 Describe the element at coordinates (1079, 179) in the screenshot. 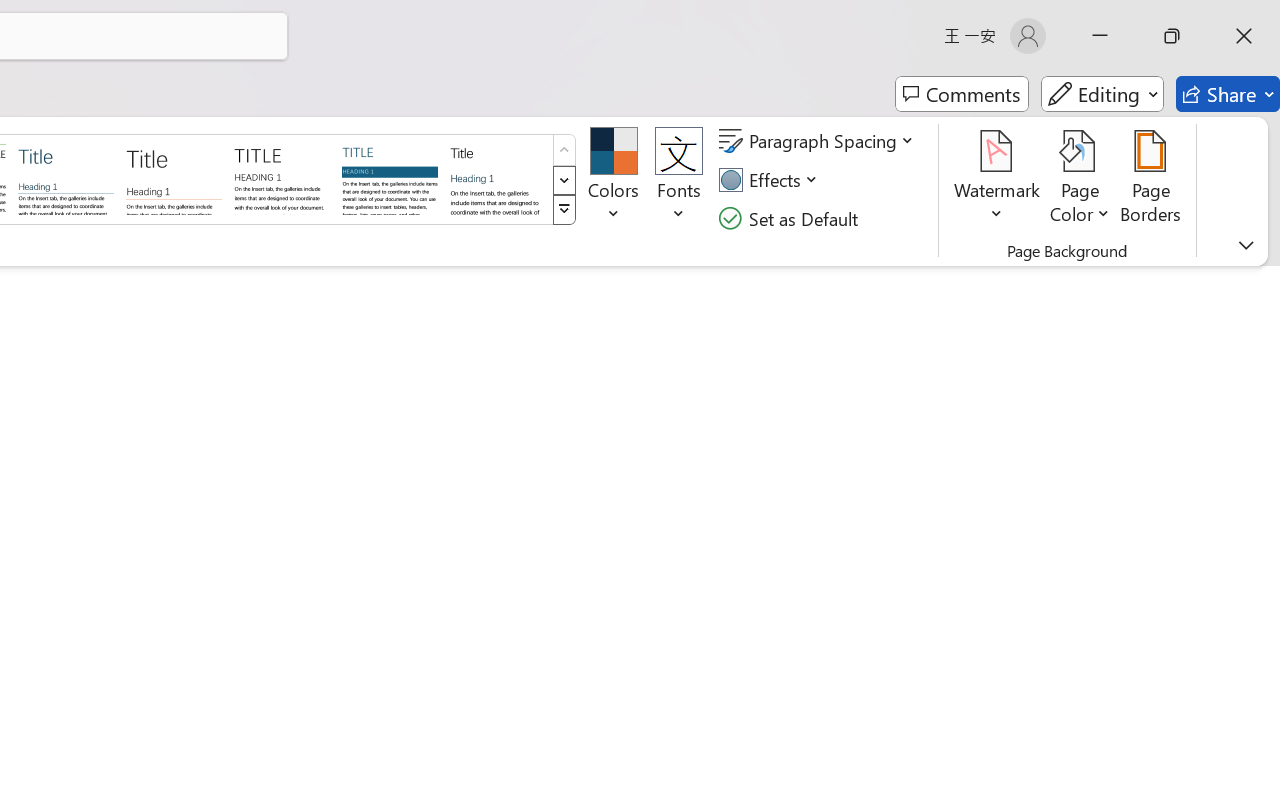

I see `'Page Color'` at that location.